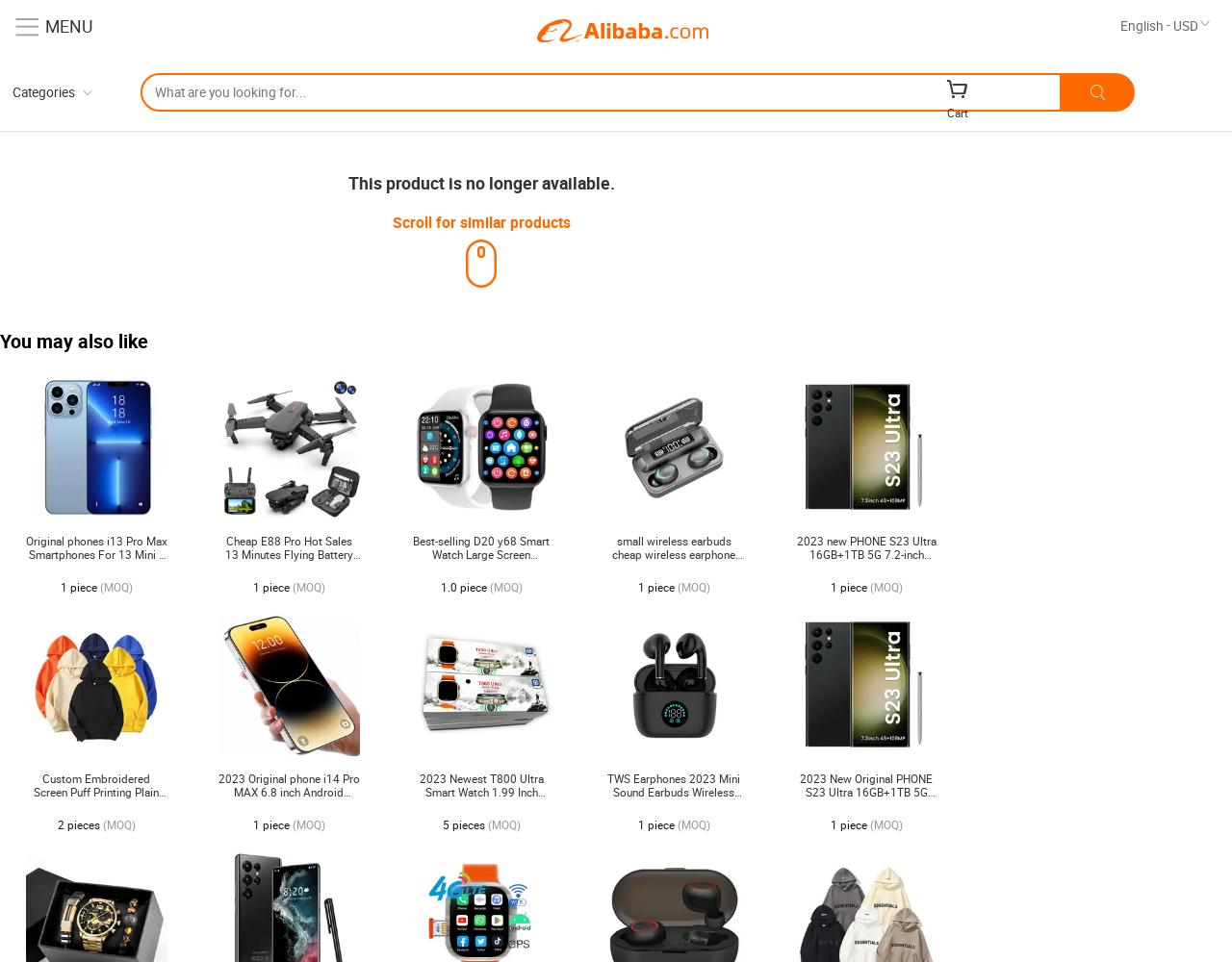  What do you see at coordinates (24, 567) in the screenshot?
I see `'Original phones i13 Pro Max Smartphones For   13 Mini  s 13Pro Max 16GB+512GB 5G Dual SIM Cellphone Mobile Phone'` at bounding box center [24, 567].